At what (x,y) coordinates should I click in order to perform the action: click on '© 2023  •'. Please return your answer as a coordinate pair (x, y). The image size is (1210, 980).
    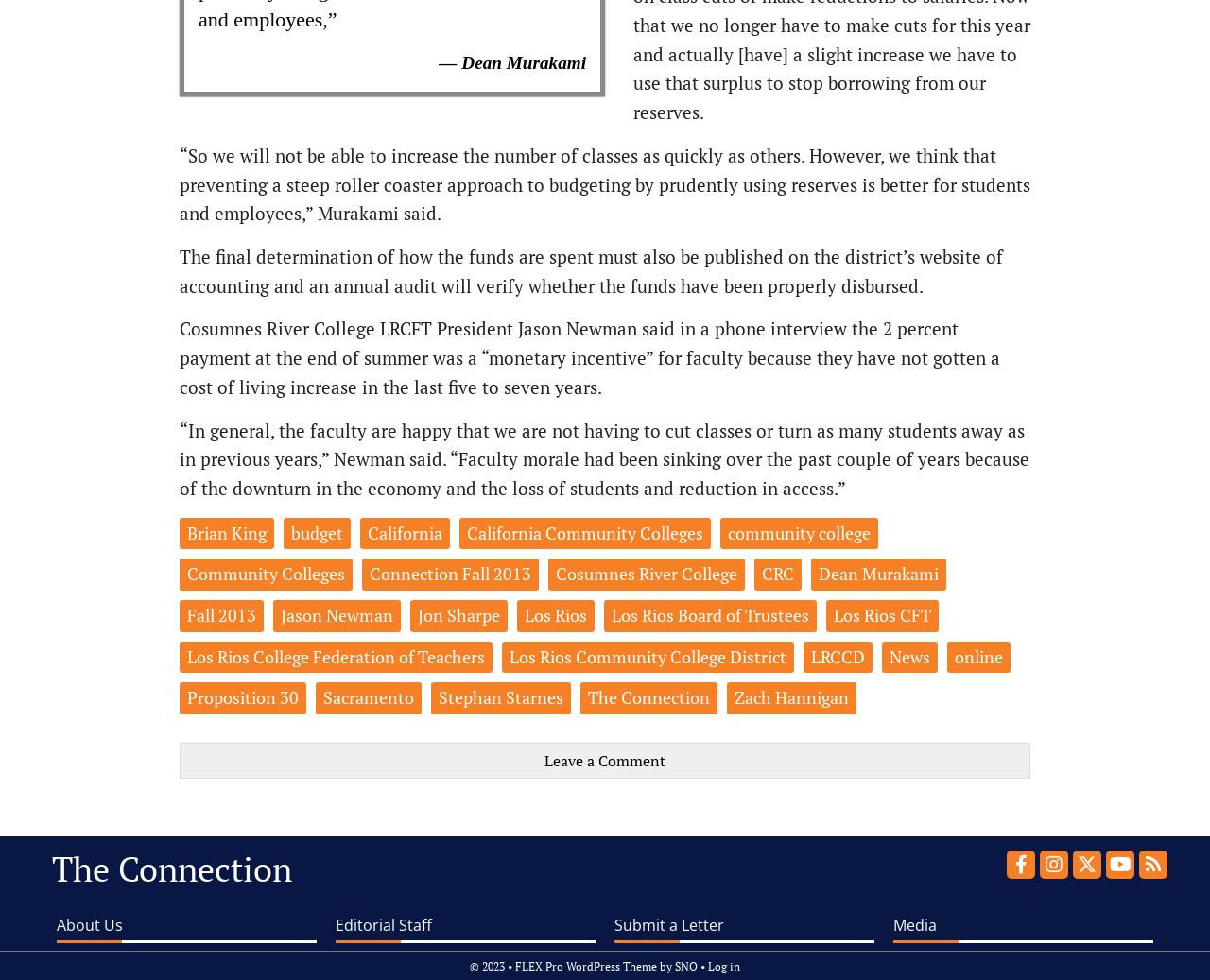
    Looking at the image, I should click on (492, 965).